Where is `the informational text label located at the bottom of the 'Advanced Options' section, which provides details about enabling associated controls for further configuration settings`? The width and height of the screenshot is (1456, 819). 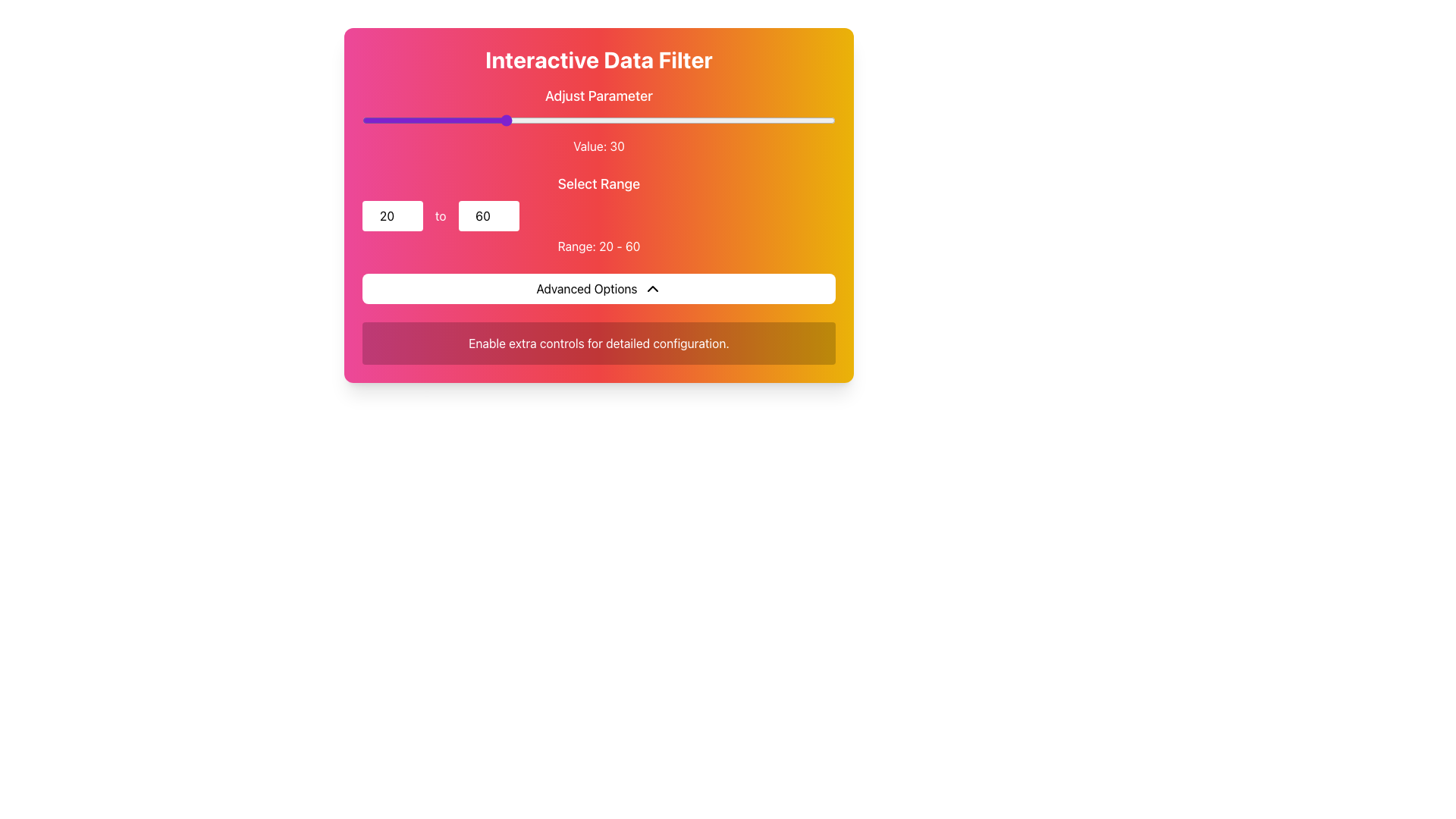
the informational text label located at the bottom of the 'Advanced Options' section, which provides details about enabling associated controls for further configuration settings is located at coordinates (598, 343).